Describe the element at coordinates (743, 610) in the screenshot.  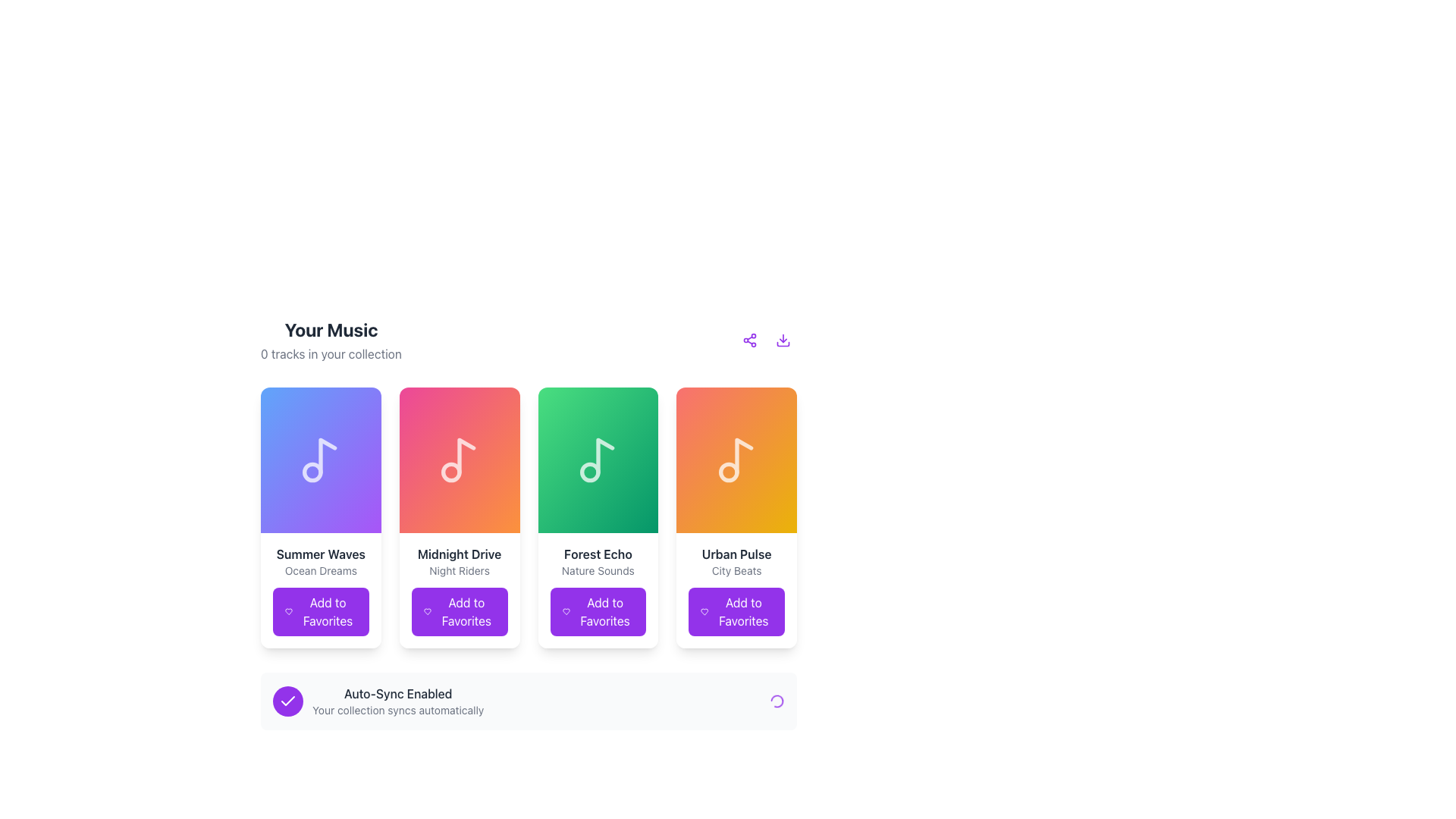
I see `the 'Add to Favorites' button, which is styled with white font on a purple background and located at the bottom center of the 'Urban Pulse' content card` at that location.